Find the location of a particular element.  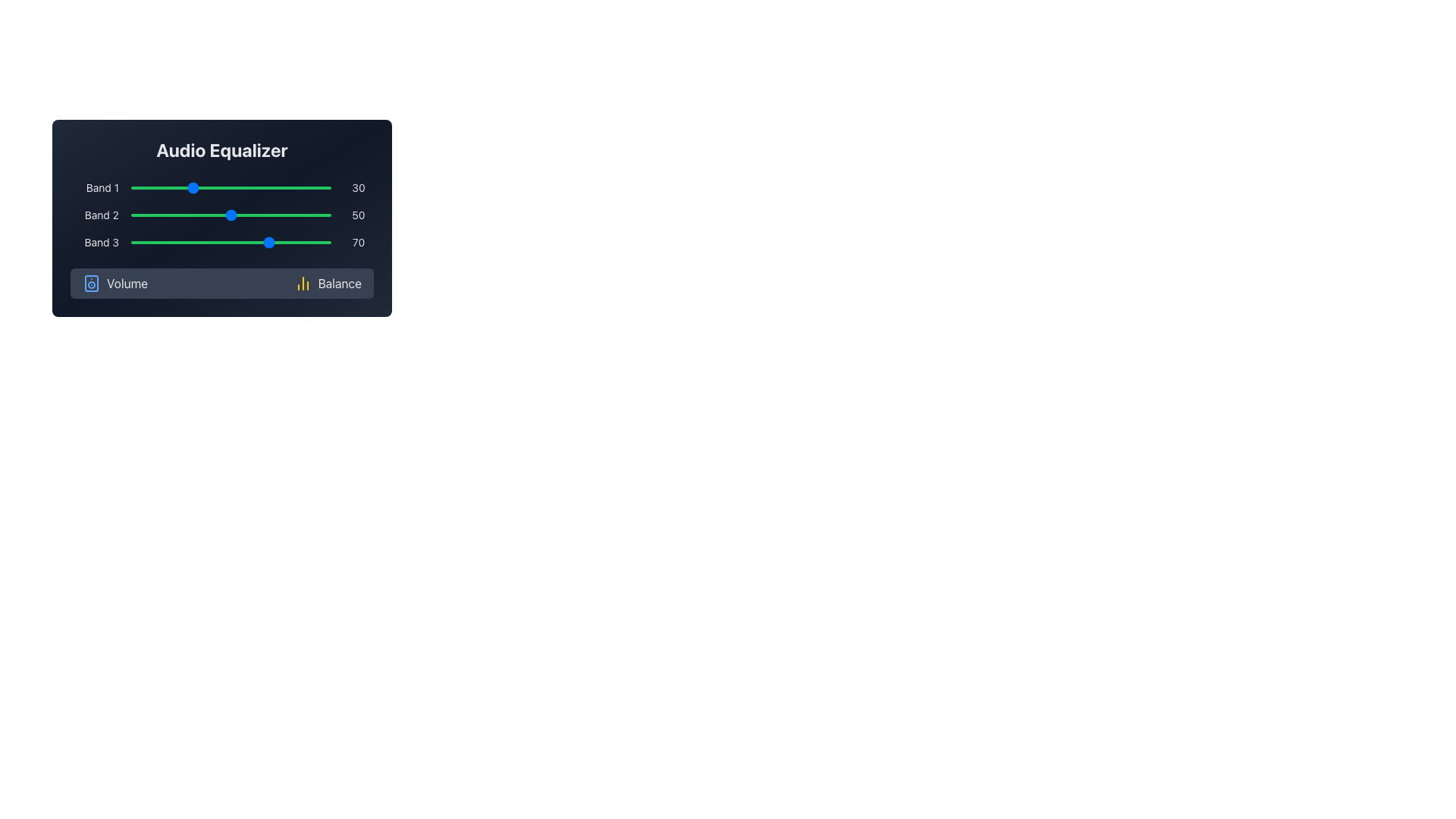

the slider thumb of the Horizontal slider labeled 'Band 2' is located at coordinates (221, 215).